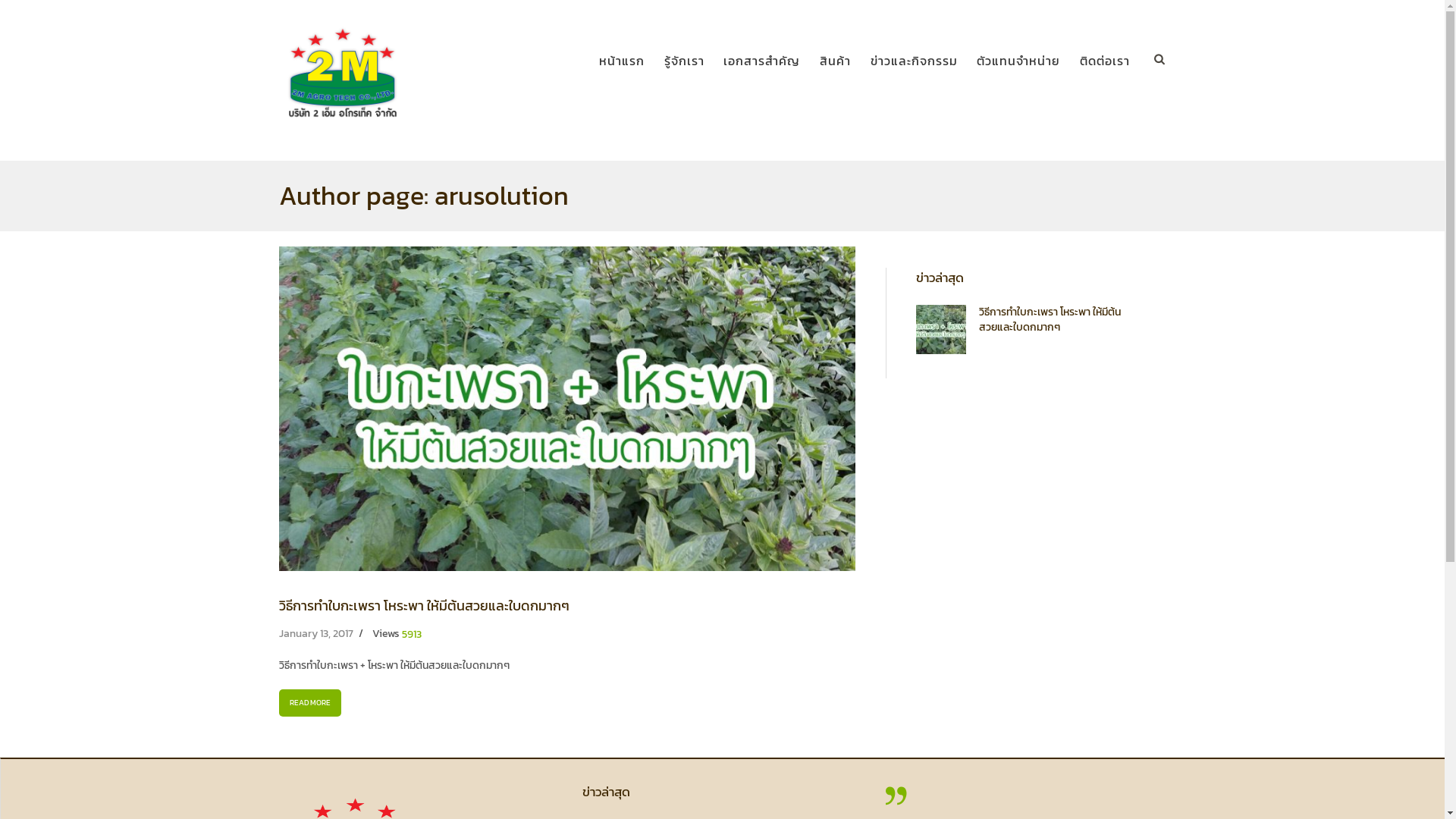 The image size is (1456, 819). I want to click on '5913', so click(411, 635).